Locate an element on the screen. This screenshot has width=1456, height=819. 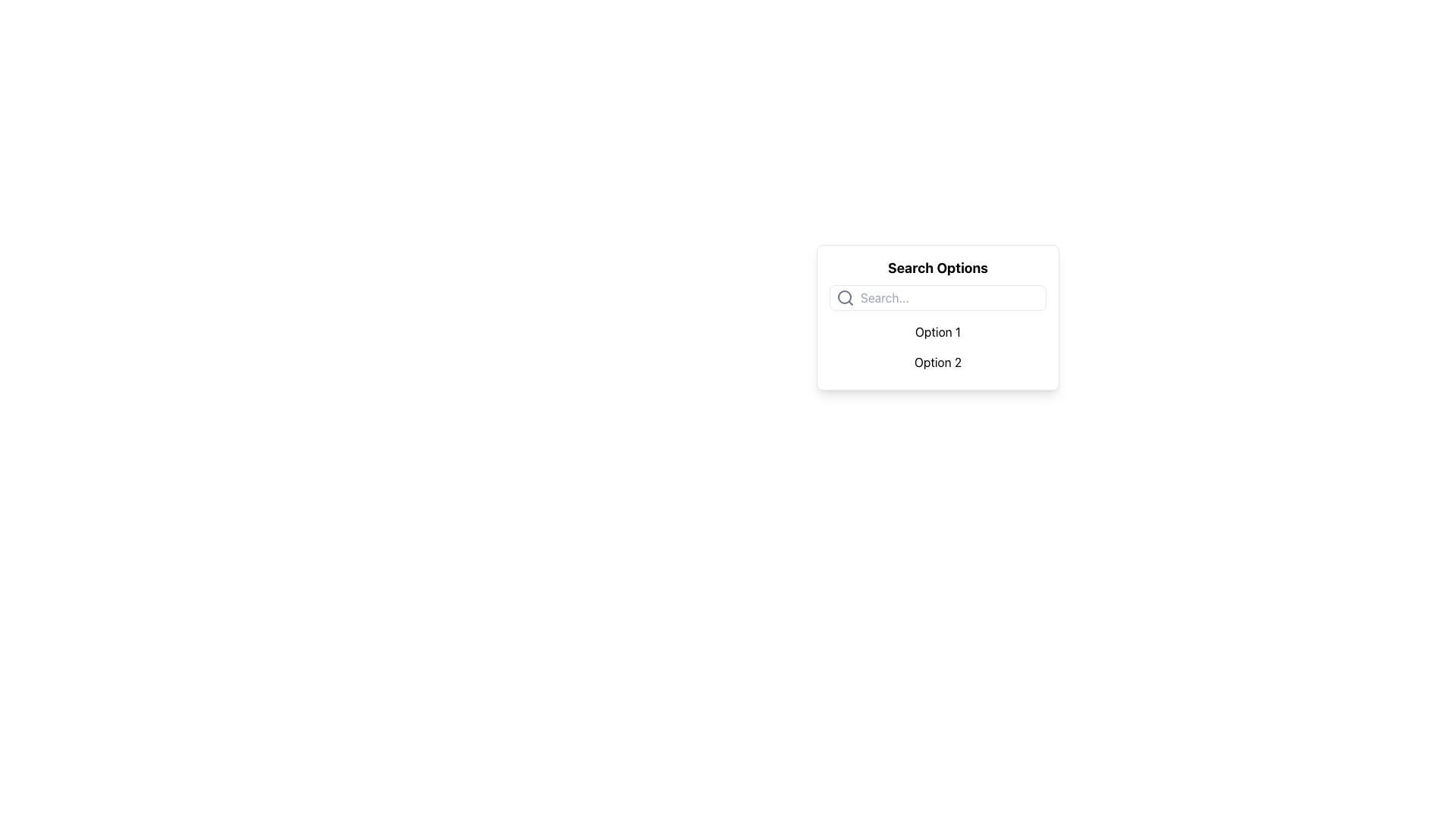
the 'Search Options' label, which is a bold text label with a larger font size, located at the top of a white card-like box, above a search bar and two clickable options is located at coordinates (937, 268).